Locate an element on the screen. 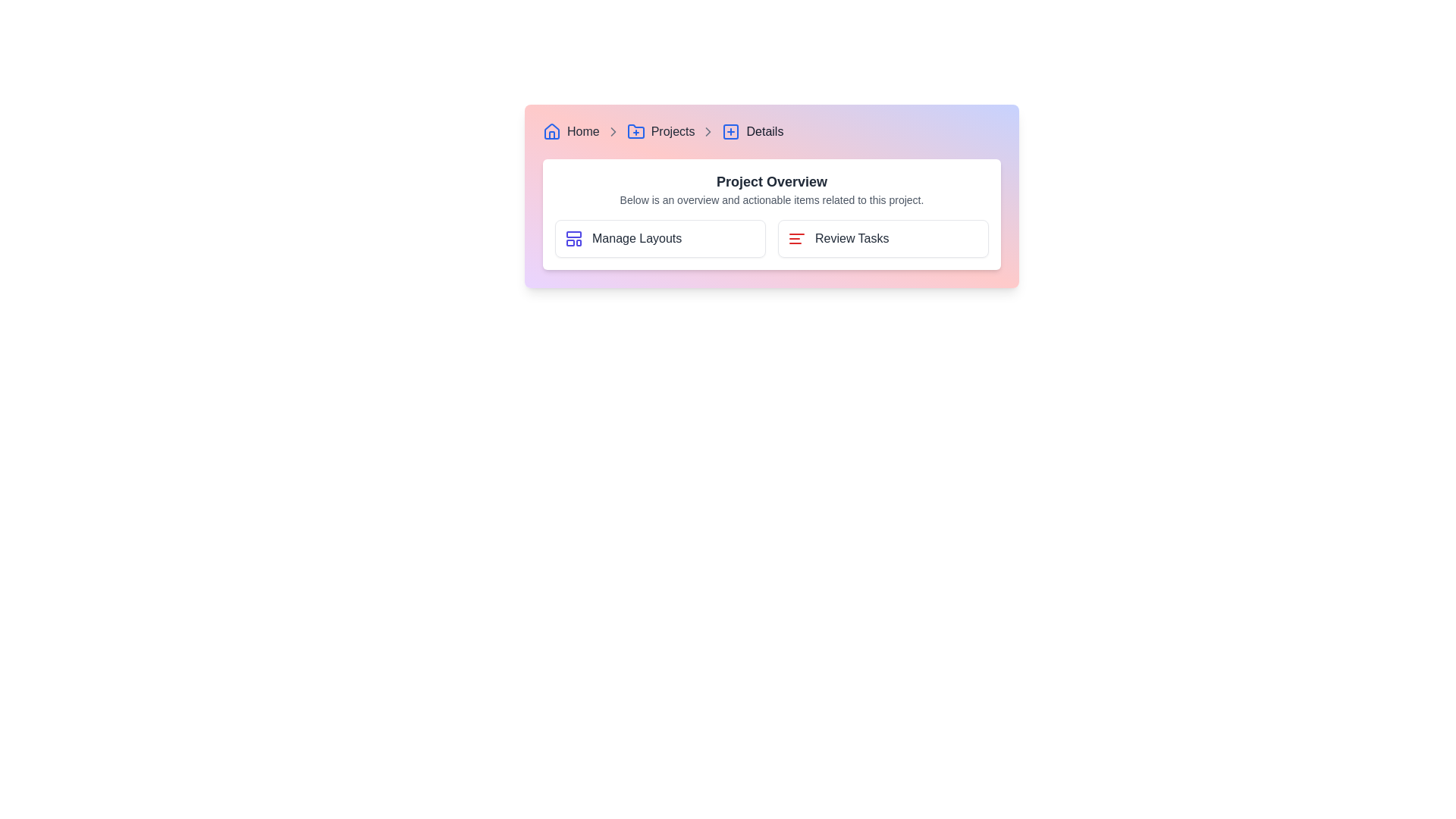  the 'Details' breadcrumb icon element, which is represented by a square with a plus sign located at the top-right corner of the interface is located at coordinates (731, 130).